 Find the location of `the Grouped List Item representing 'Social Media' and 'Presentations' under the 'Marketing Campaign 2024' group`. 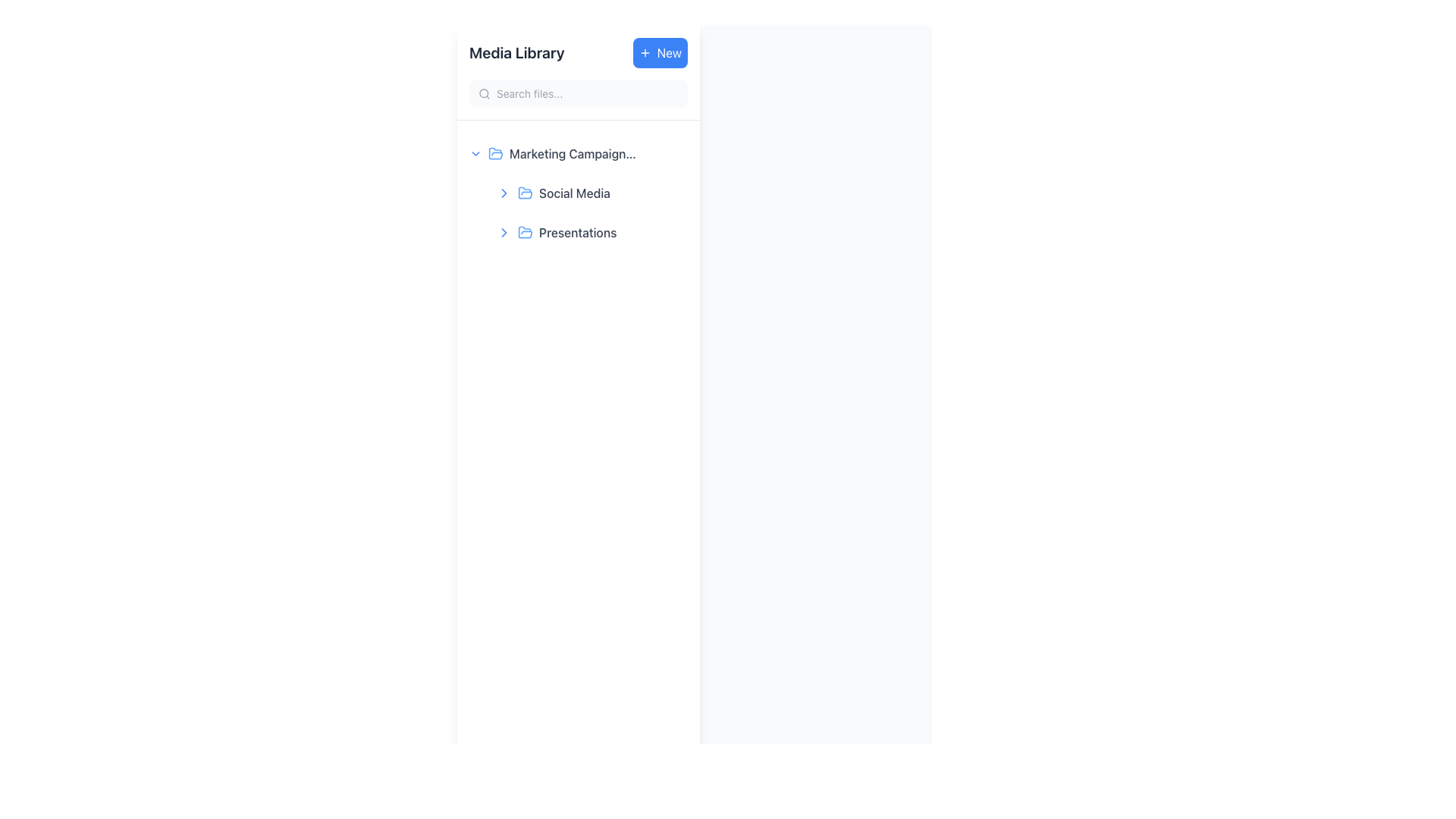

the Grouped List Item representing 'Social Media' and 'Presentations' under the 'Marketing Campaign 2024' group is located at coordinates (584, 213).